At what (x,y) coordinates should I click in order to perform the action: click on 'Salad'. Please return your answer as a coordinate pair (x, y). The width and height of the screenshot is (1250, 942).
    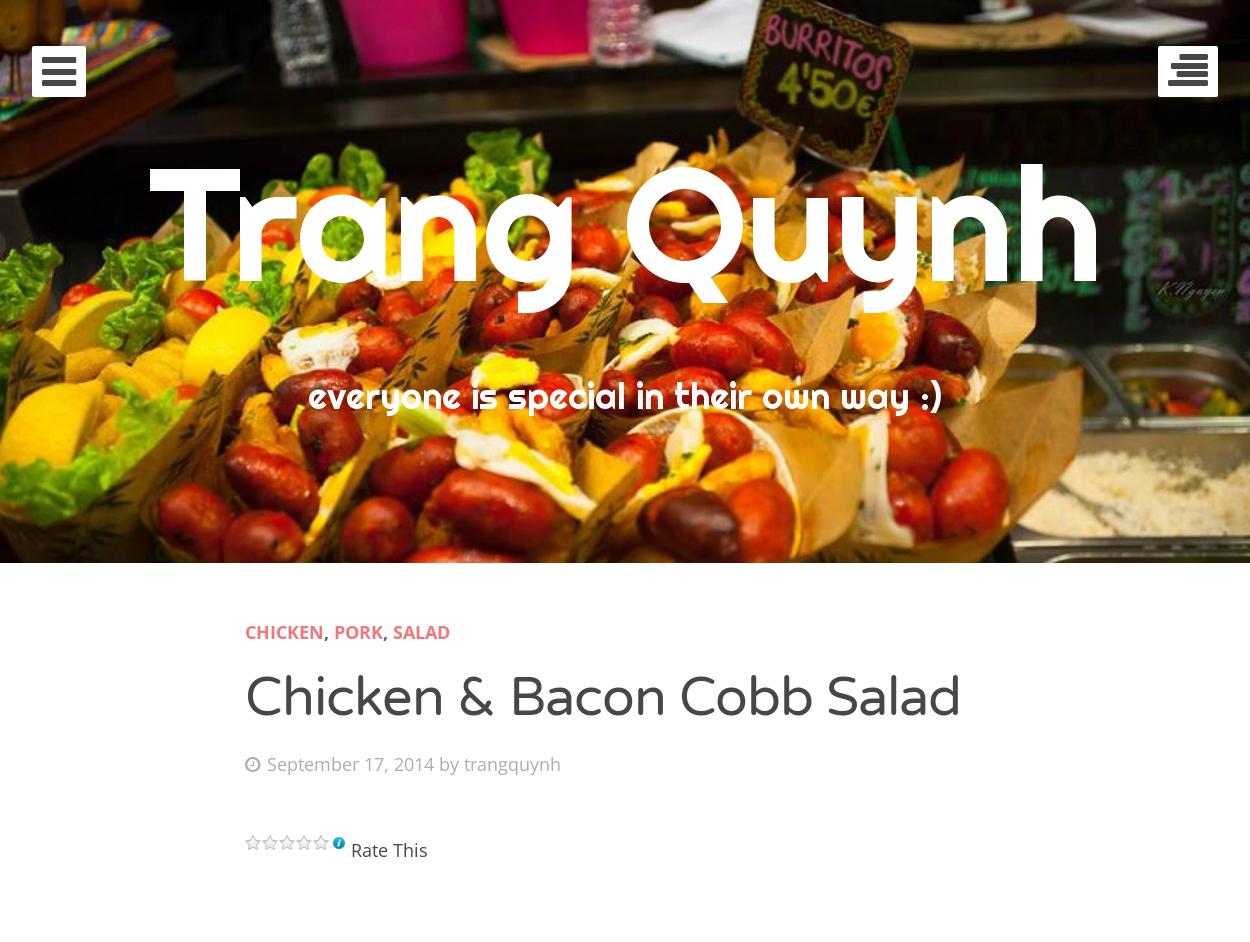
    Looking at the image, I should click on (421, 630).